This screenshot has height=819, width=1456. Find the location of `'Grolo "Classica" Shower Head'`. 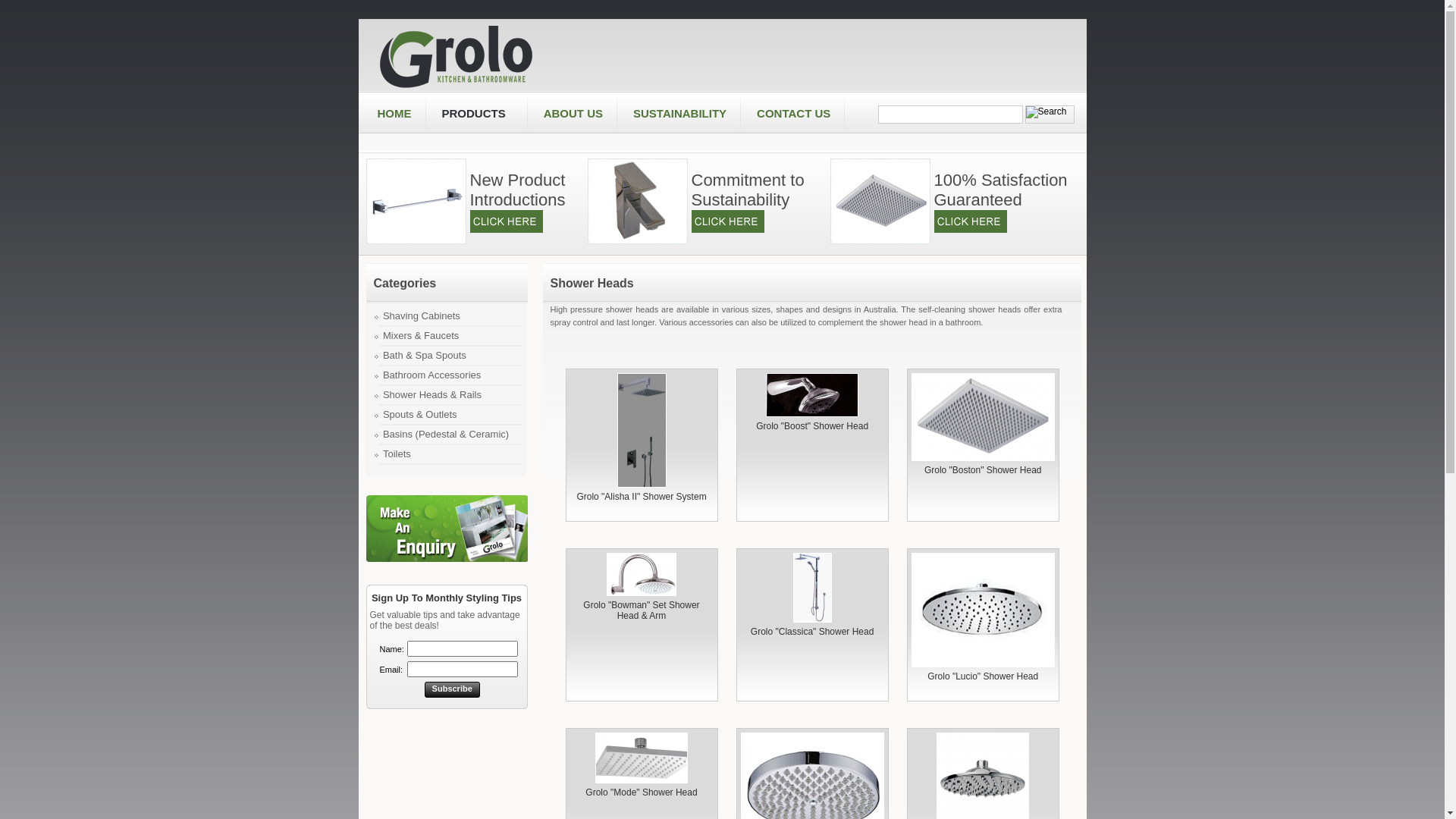

'Grolo "Classica" Shower Head' is located at coordinates (811, 632).